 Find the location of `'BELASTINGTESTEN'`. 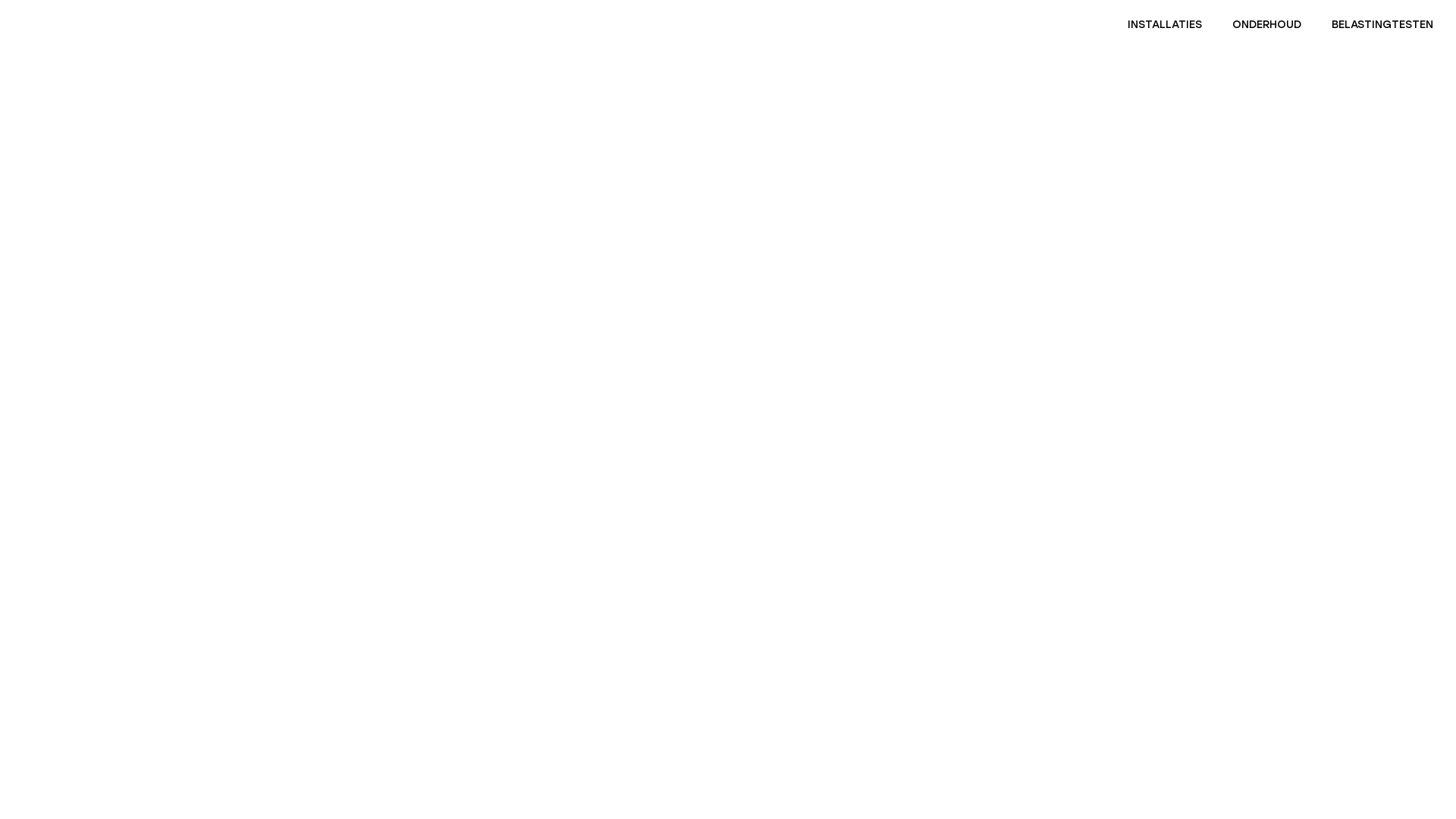

'BELASTINGTESTEN' is located at coordinates (1382, 25).